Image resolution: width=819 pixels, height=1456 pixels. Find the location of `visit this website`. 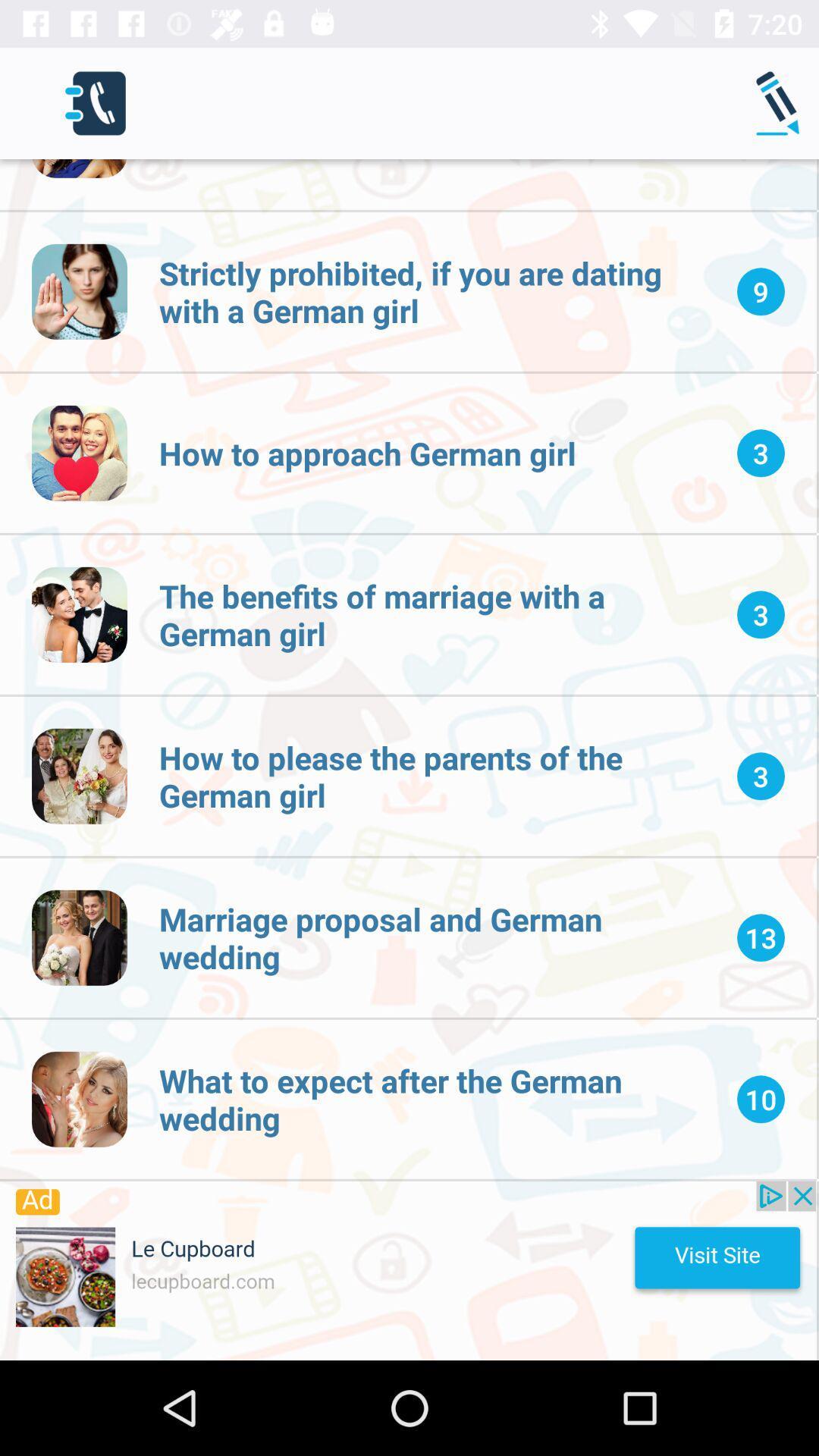

visit this website is located at coordinates (407, 1270).